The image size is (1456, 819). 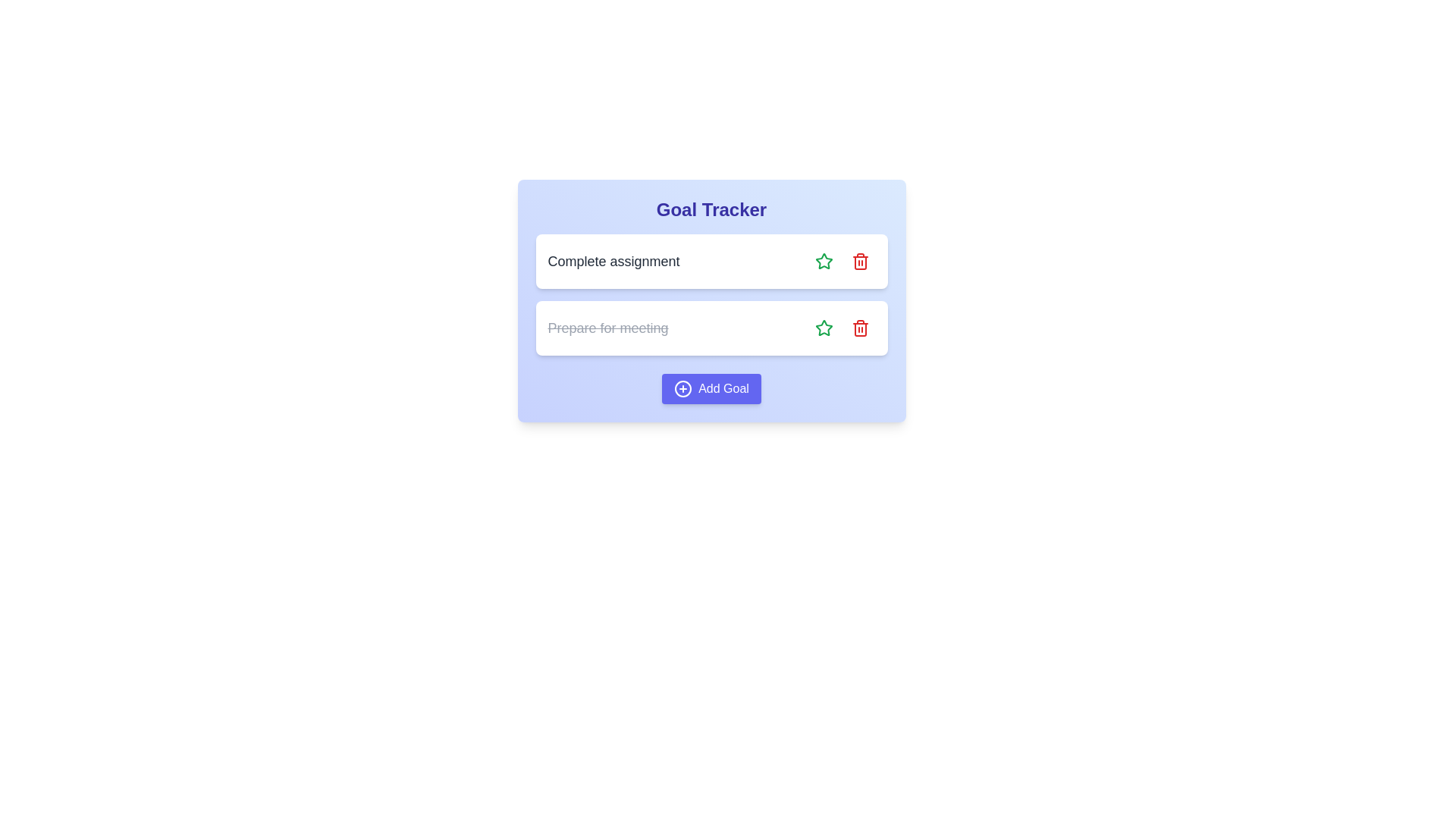 What do you see at coordinates (613, 260) in the screenshot?
I see `the text label displaying 'Complete assignment' in the Goal Tracker section` at bounding box center [613, 260].